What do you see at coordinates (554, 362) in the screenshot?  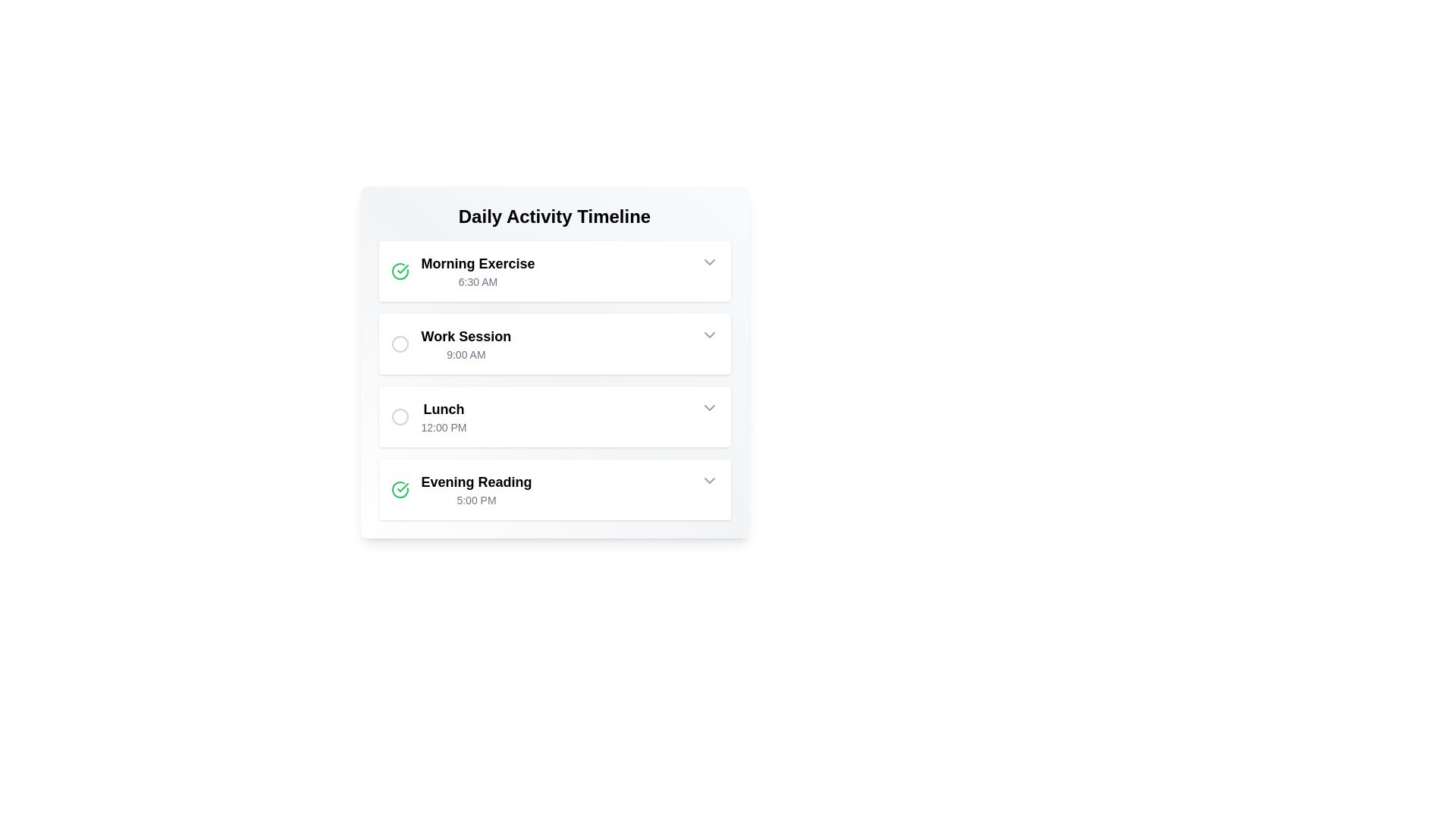 I see `the checkbox or circle` at bounding box center [554, 362].